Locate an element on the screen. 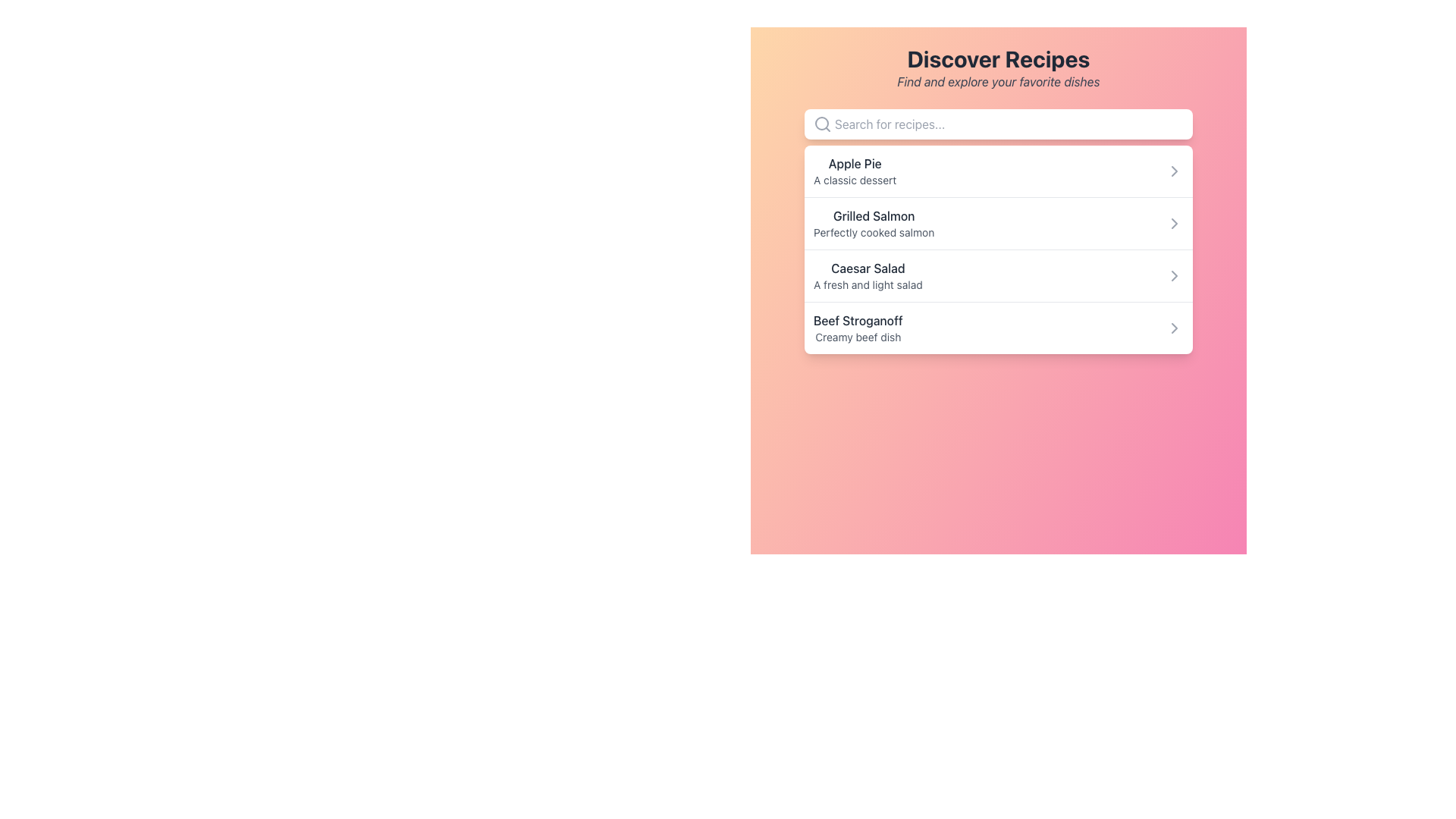 The height and width of the screenshot is (819, 1456). text content of the 'Caesar Salad' label, which is displayed in a medium font weight with a dark gray color within the list of recipes under 'Discover Recipes' is located at coordinates (868, 268).